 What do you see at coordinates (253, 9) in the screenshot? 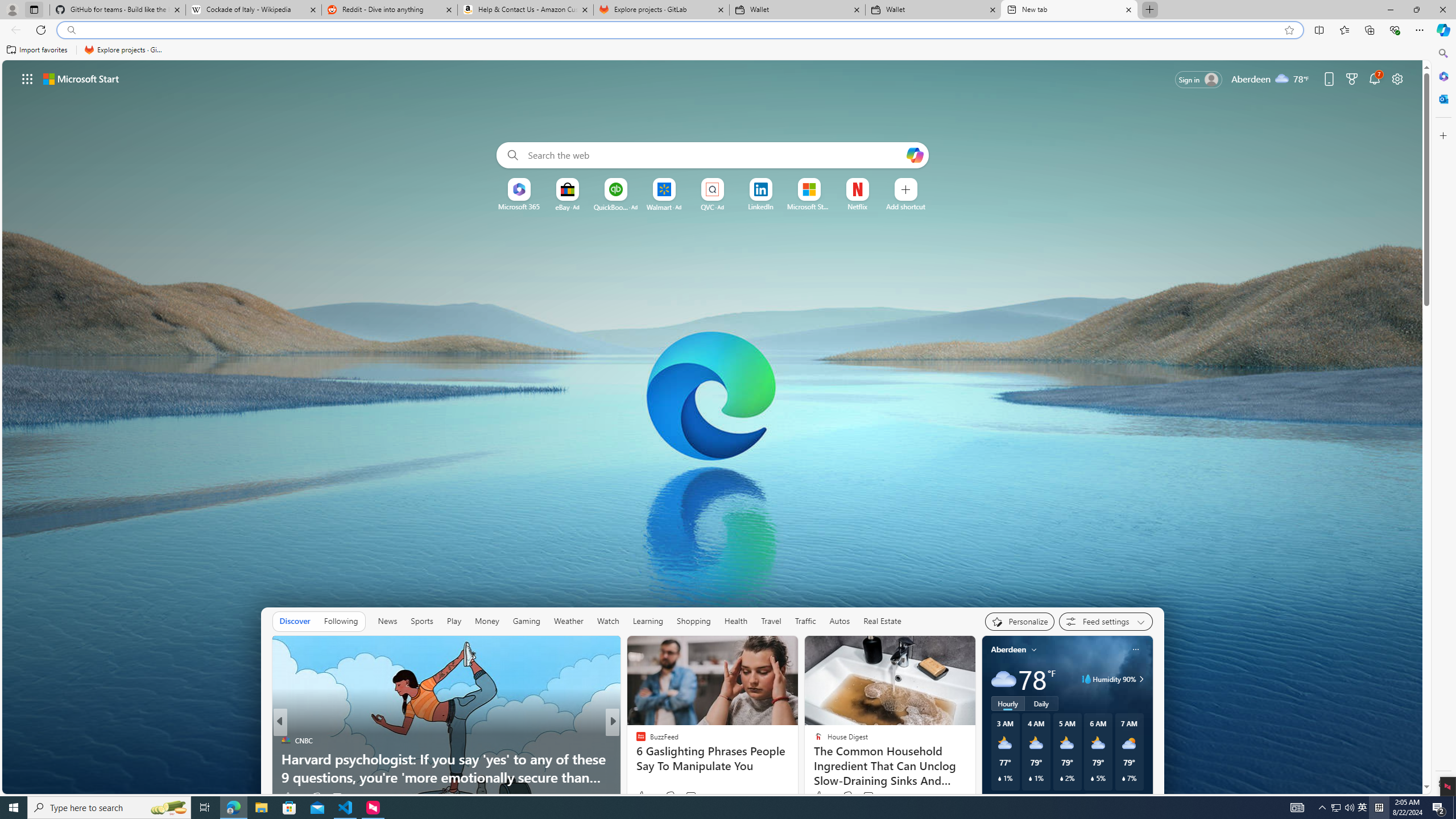
I see `'Cockade of Italy - Wikipedia'` at bounding box center [253, 9].